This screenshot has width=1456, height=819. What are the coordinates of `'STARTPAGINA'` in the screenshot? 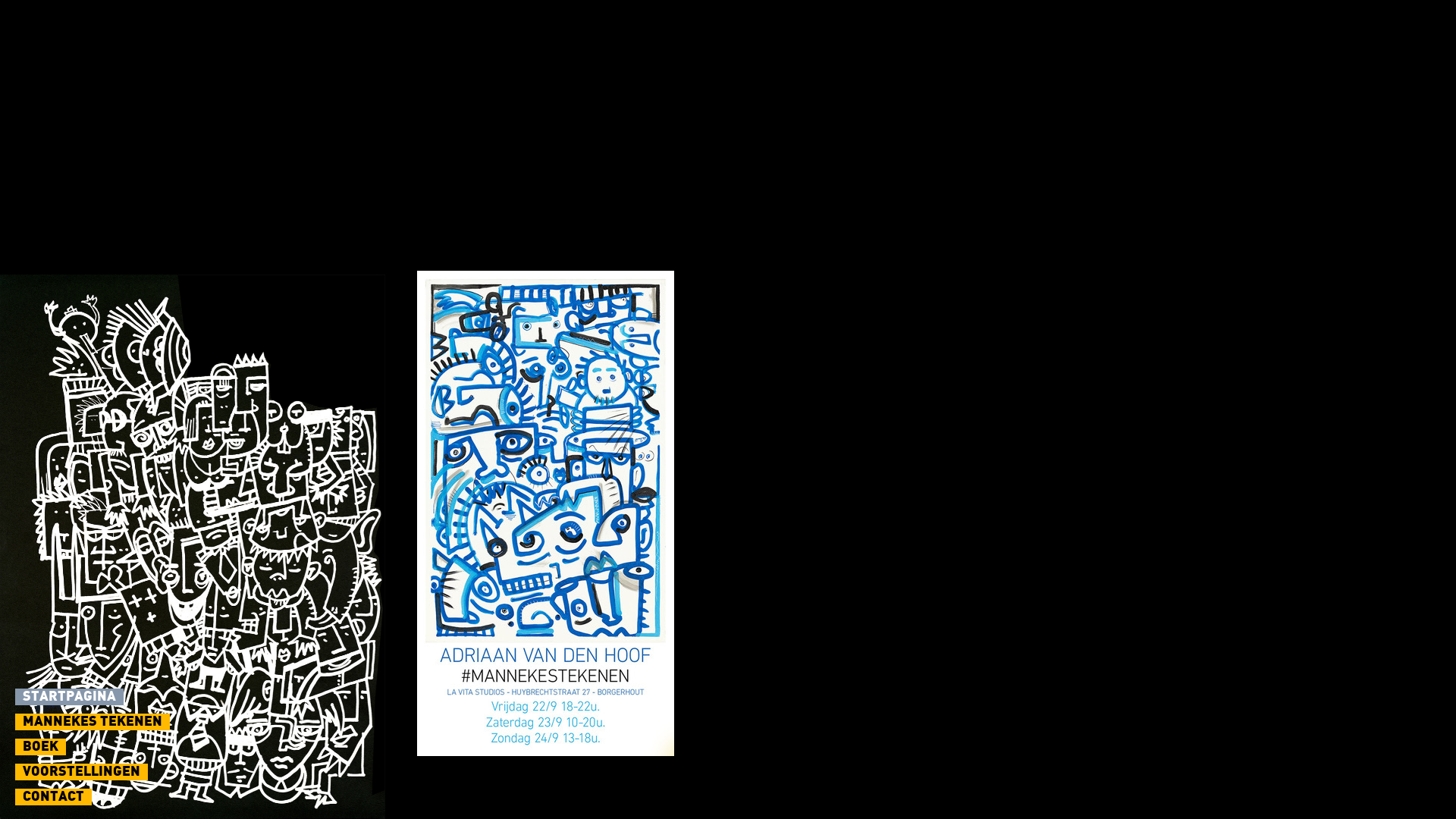 It's located at (68, 696).